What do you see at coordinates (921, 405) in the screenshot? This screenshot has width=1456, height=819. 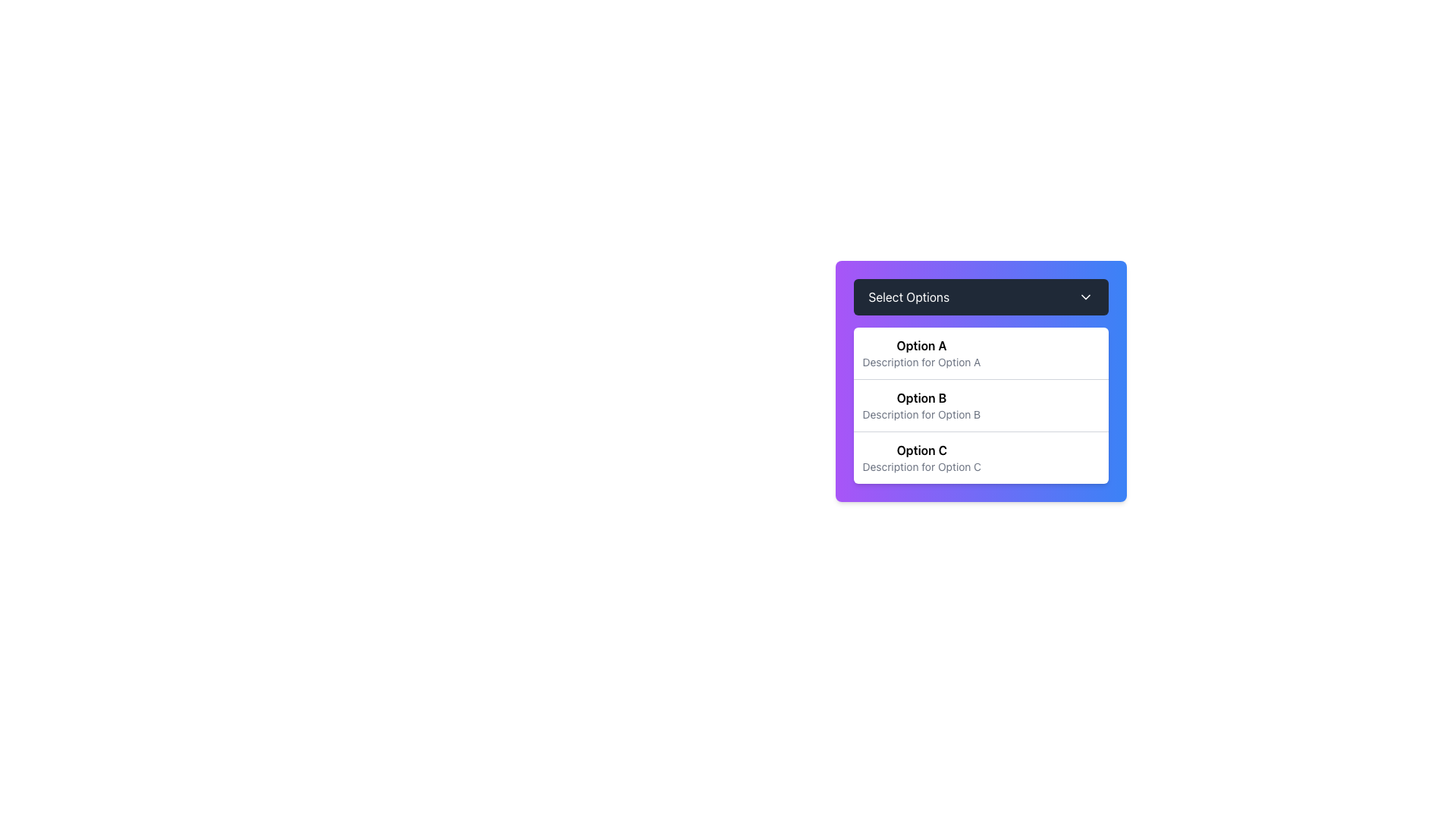 I see `the text entry "Option B" in the dropdown list` at bounding box center [921, 405].